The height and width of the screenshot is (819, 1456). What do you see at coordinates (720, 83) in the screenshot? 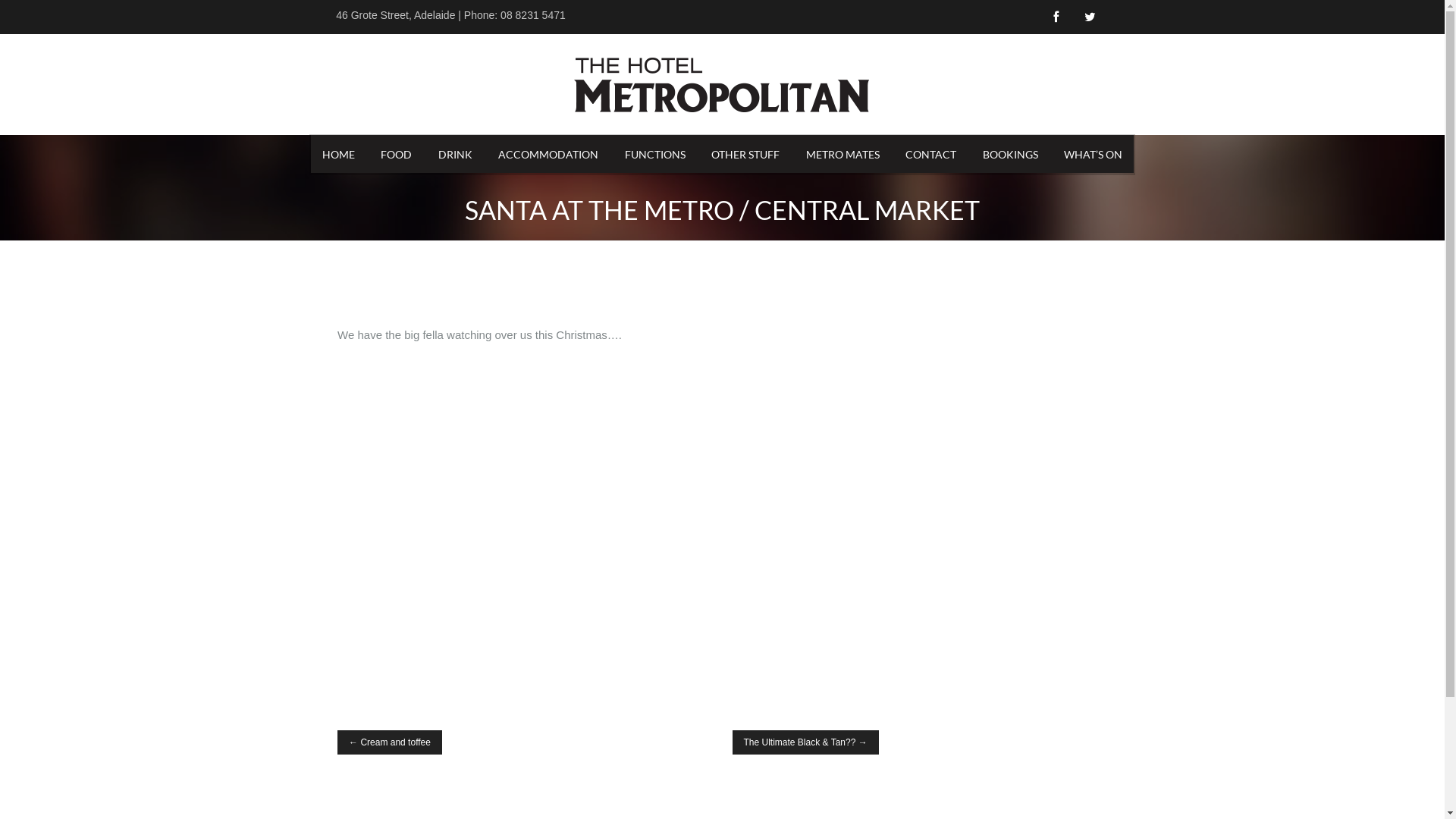
I see `'Hotel Metro'` at bounding box center [720, 83].